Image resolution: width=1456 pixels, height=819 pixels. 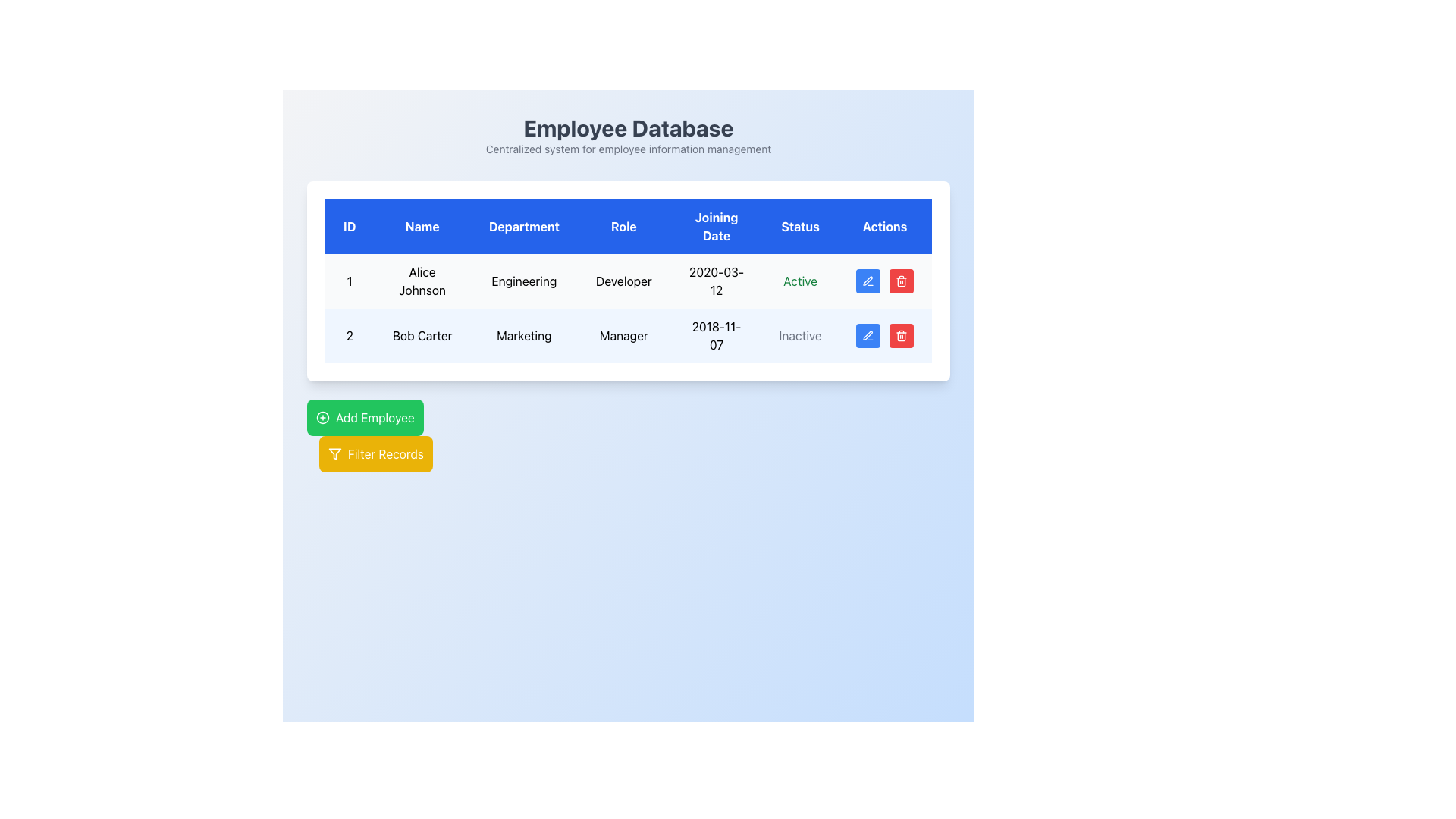 What do you see at coordinates (385, 453) in the screenshot?
I see `the Text Label that serves as a label for the button filtering records, located below the green 'Add Employee' button` at bounding box center [385, 453].